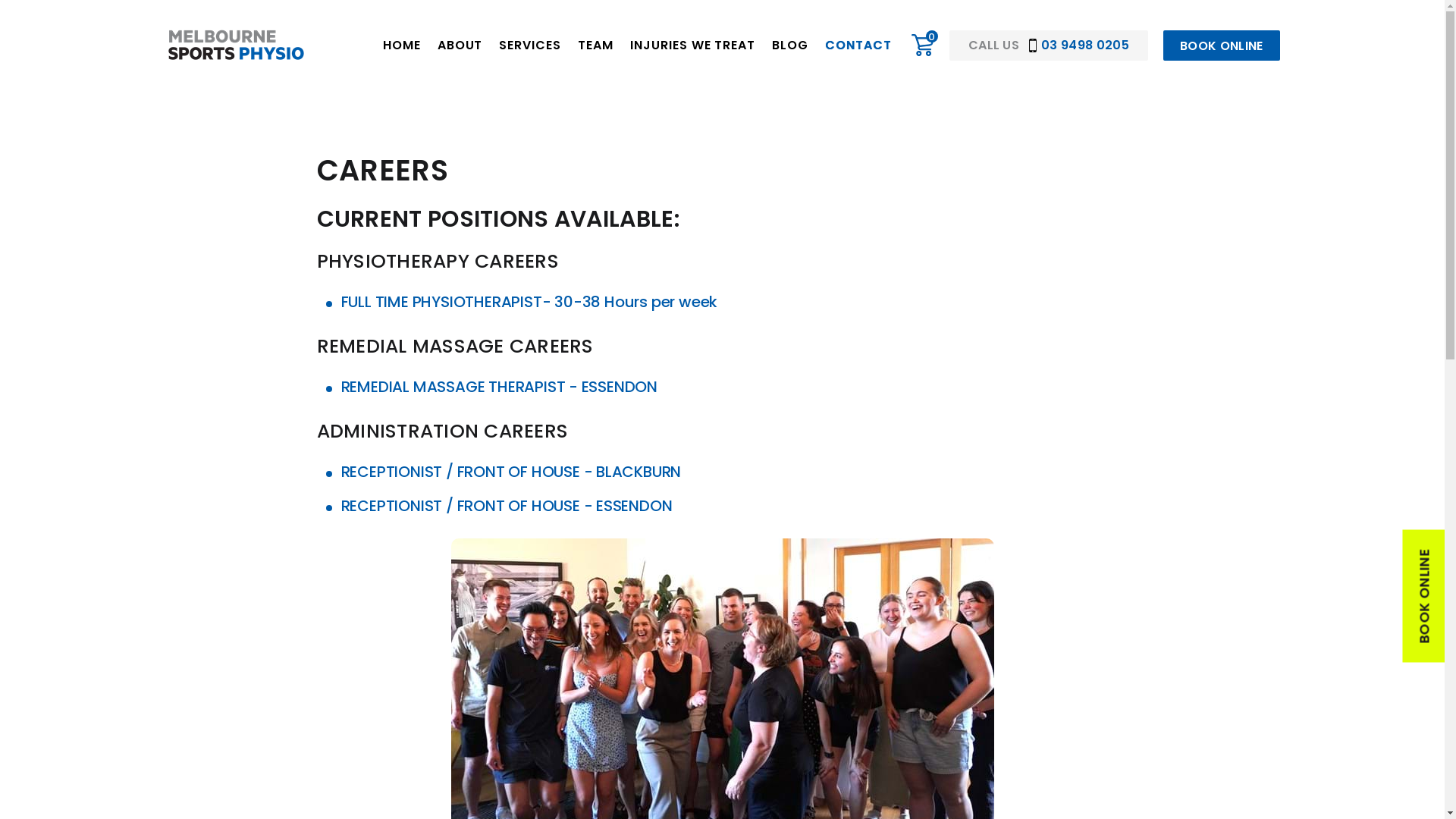 Image resolution: width=1456 pixels, height=819 pixels. I want to click on 'BOOK ONLINE', so click(1222, 45).